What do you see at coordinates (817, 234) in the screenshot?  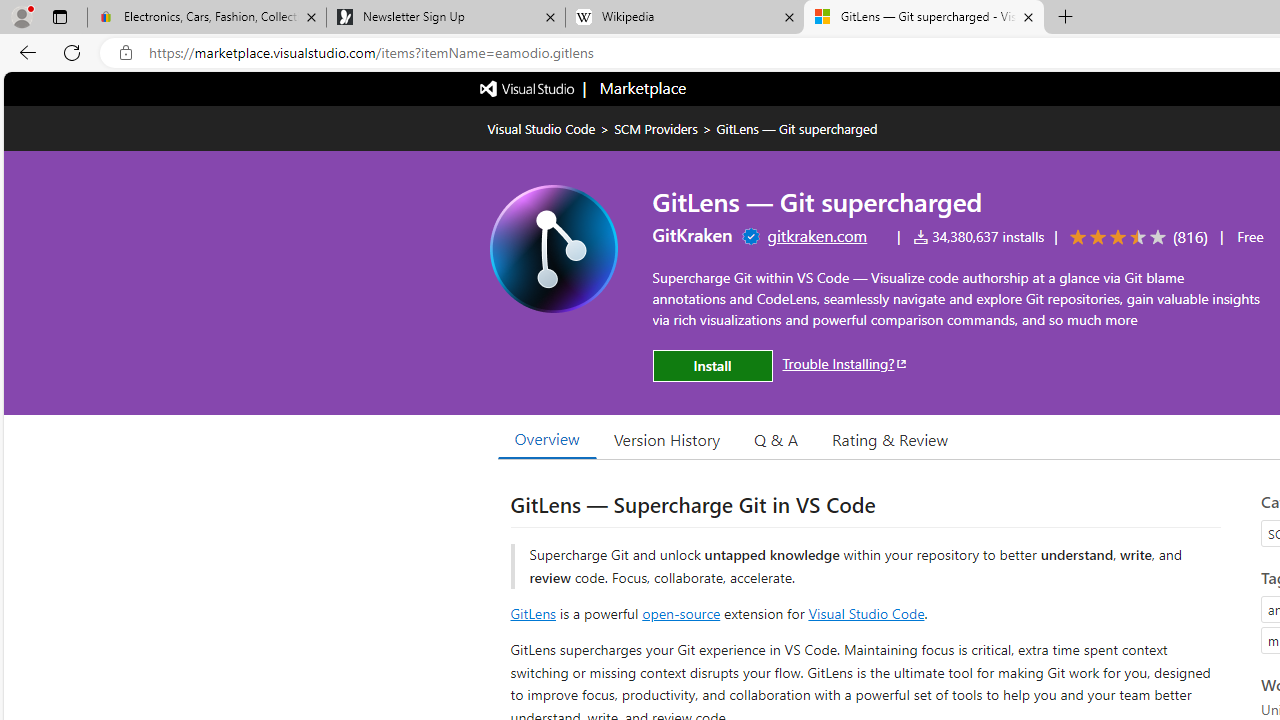 I see `'gitkraken.com'` at bounding box center [817, 234].